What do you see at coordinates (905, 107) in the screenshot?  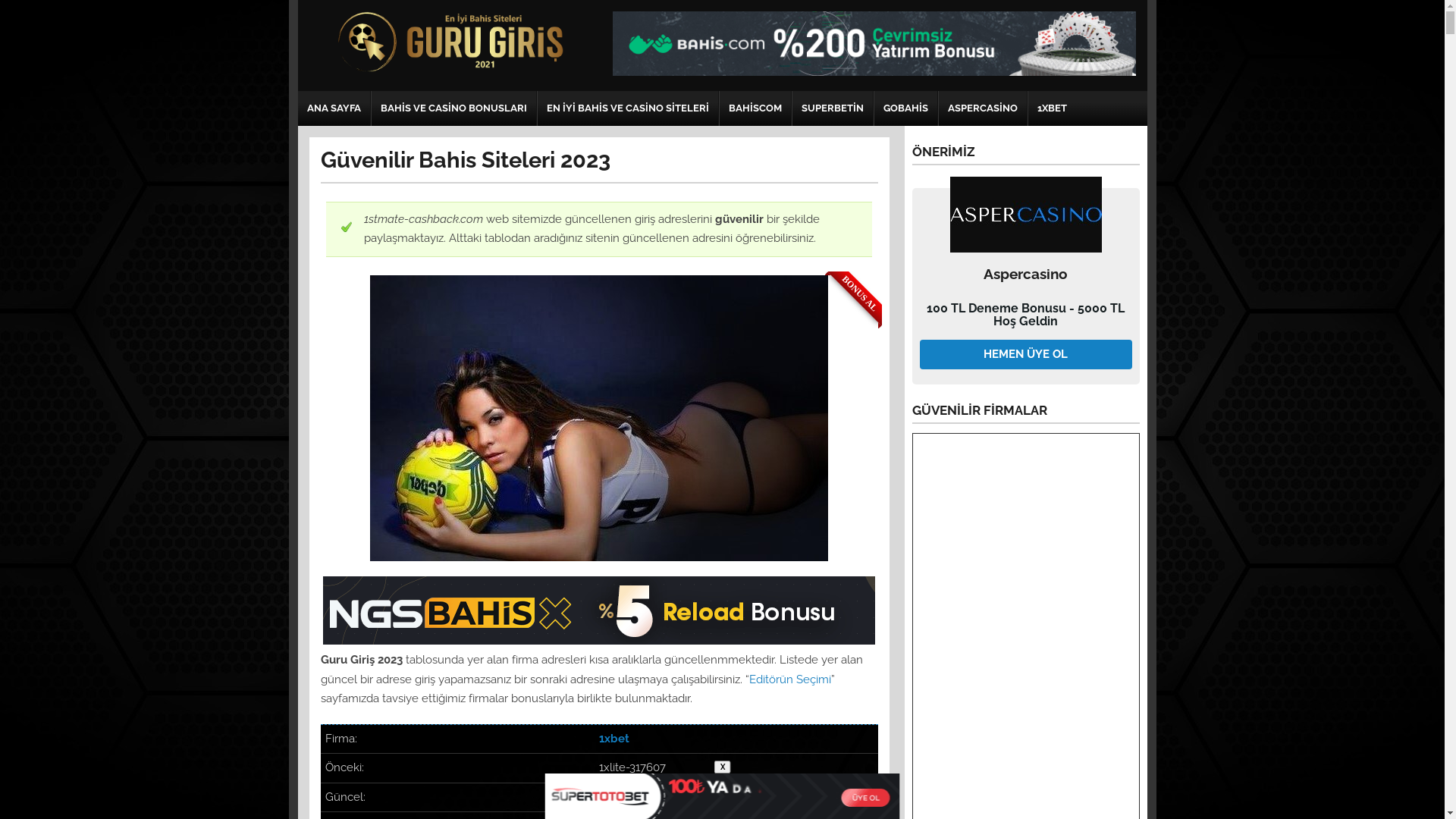 I see `'GOBAHIS'` at bounding box center [905, 107].